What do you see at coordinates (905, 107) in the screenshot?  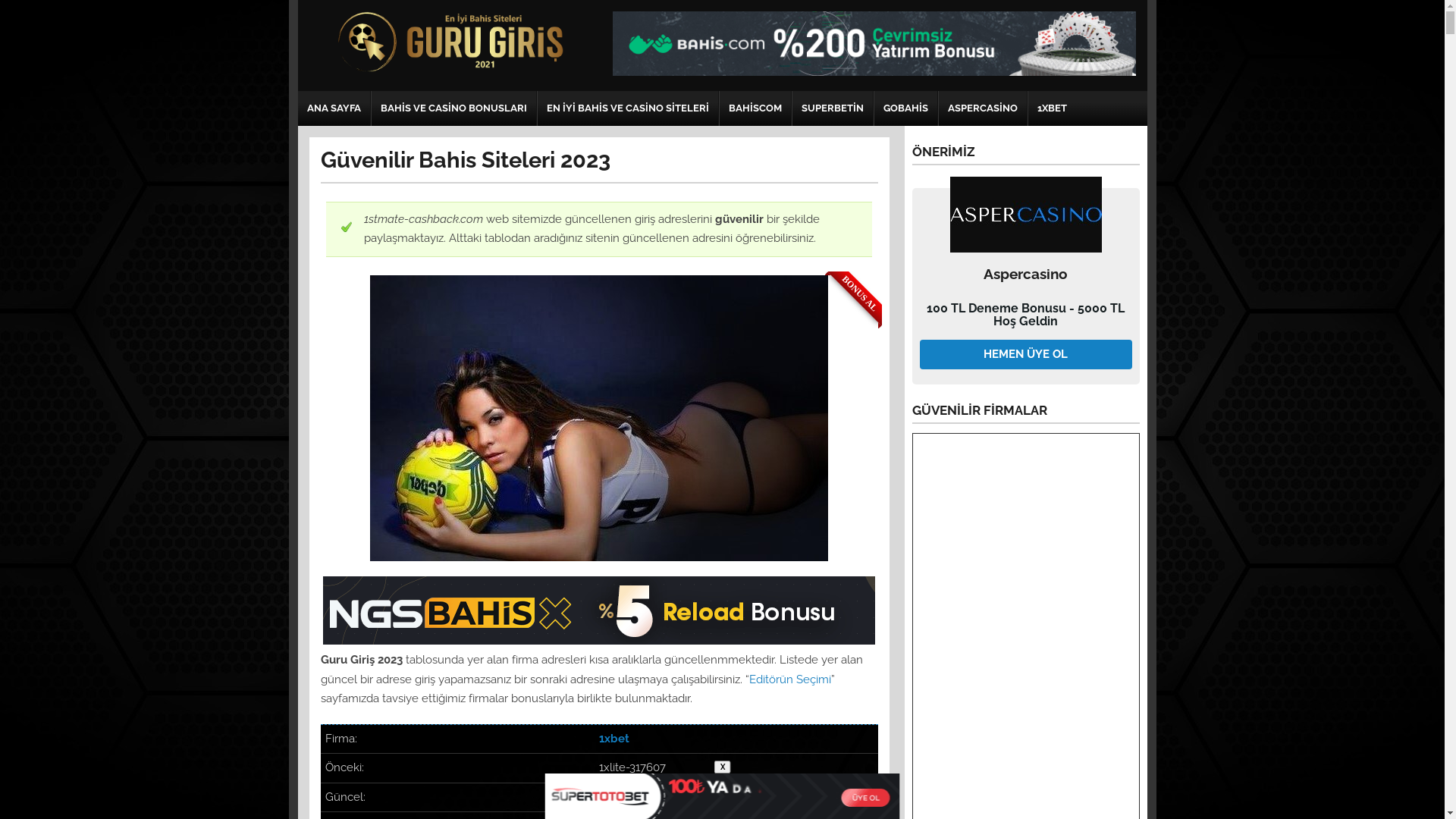 I see `'GOBAHIS'` at bounding box center [905, 107].